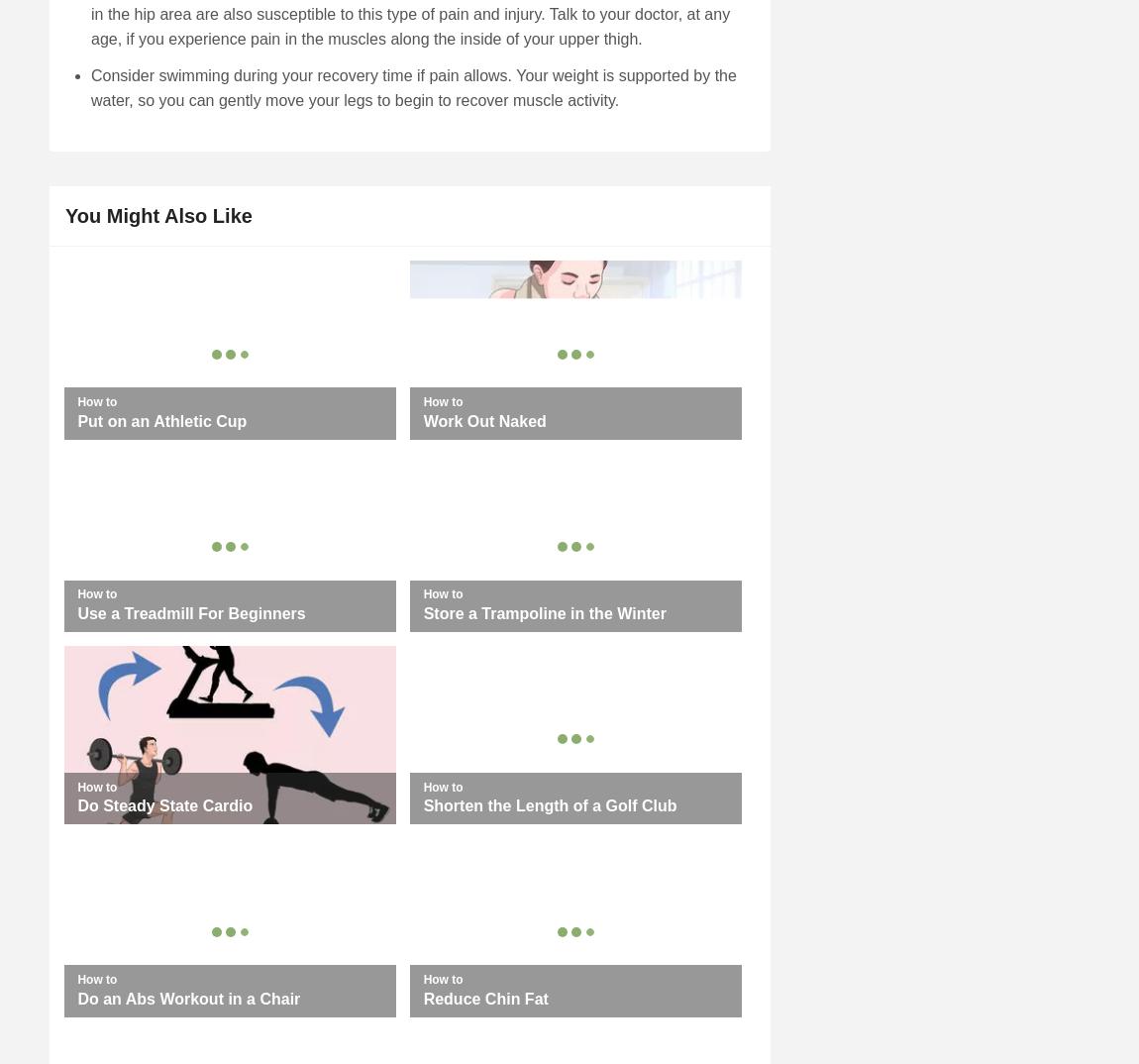  I want to click on 'Shorten the Length of a Golf Club', so click(549, 805).